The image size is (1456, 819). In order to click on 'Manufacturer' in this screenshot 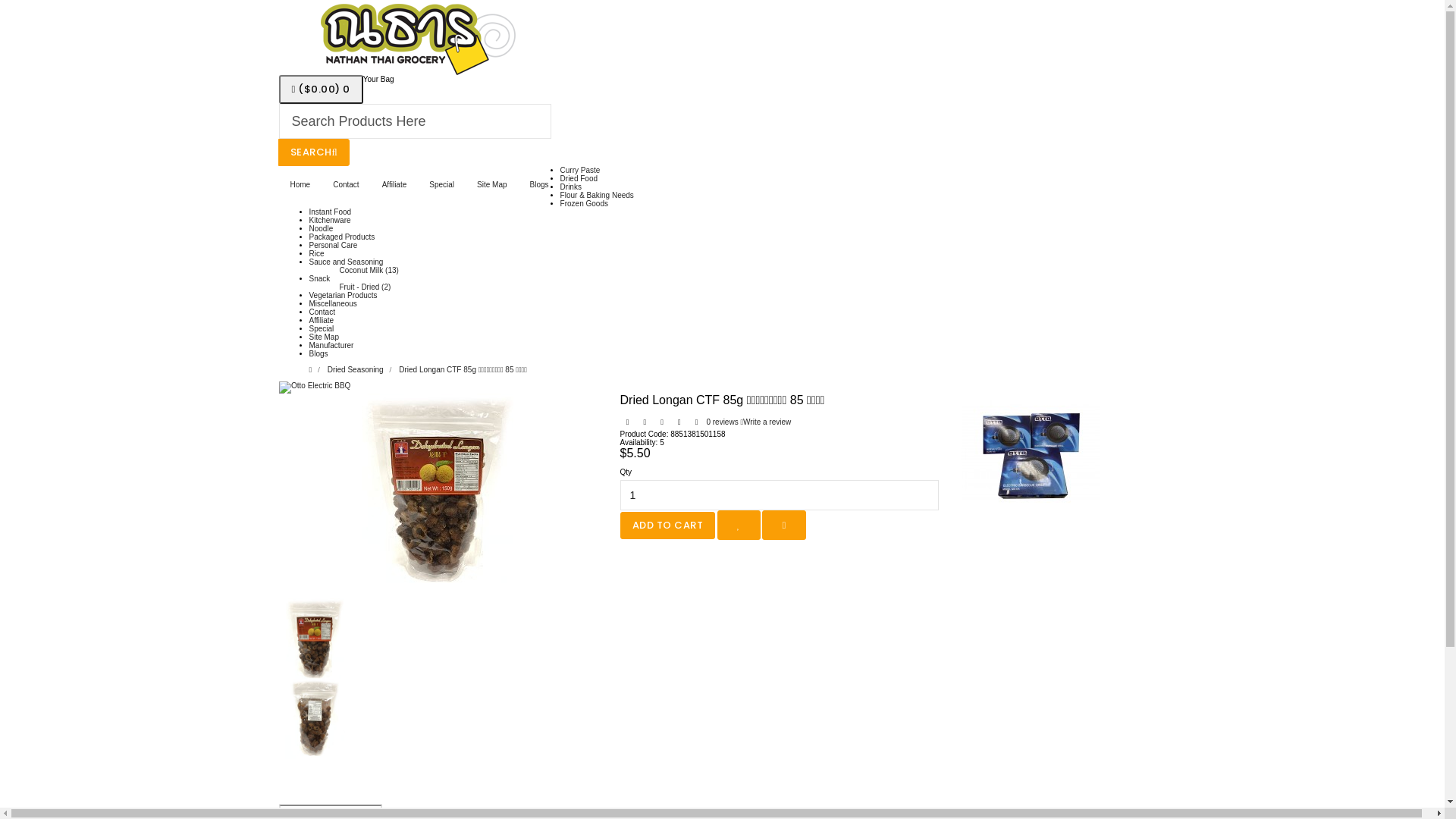, I will do `click(331, 345)`.